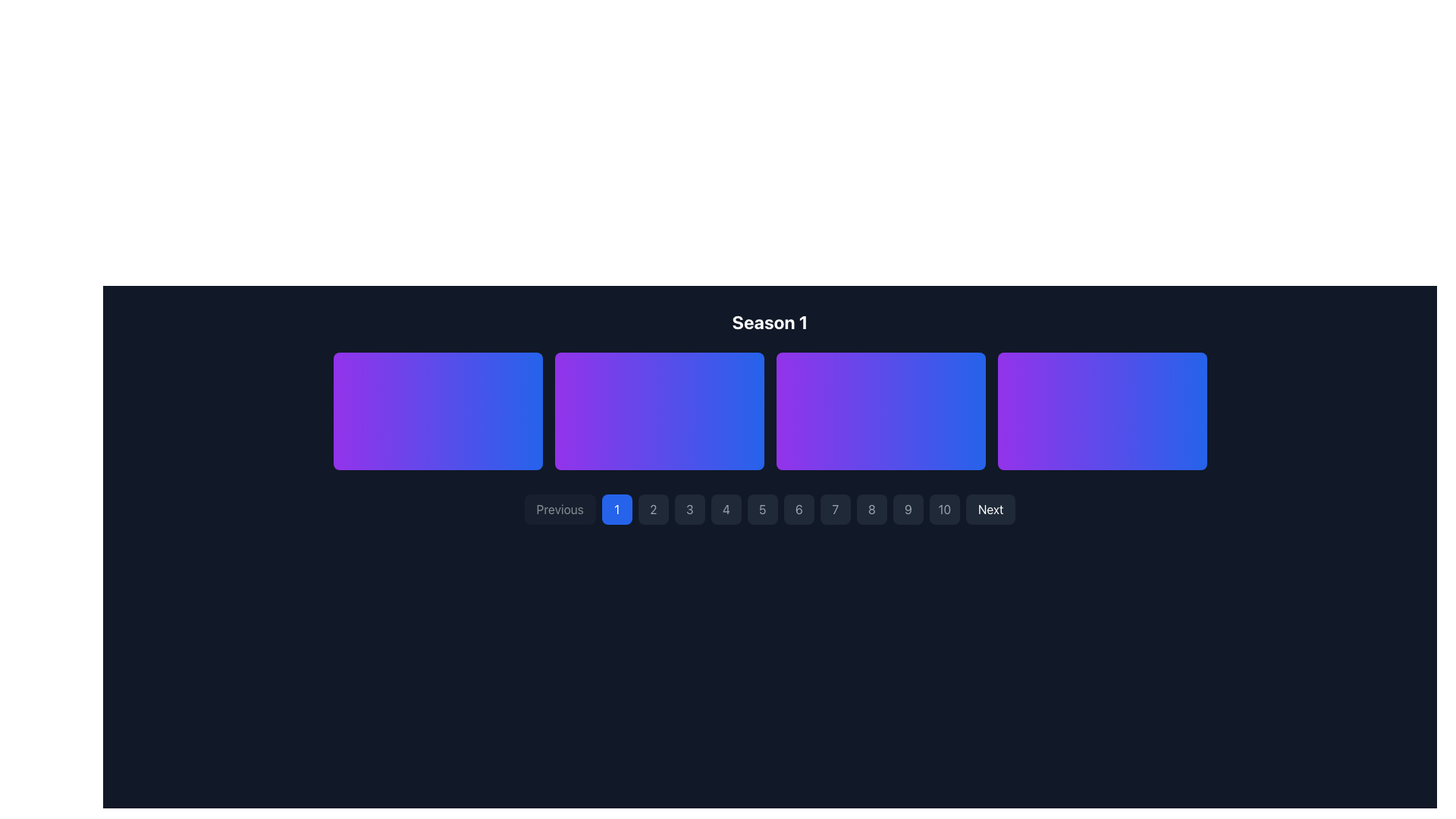 The width and height of the screenshot is (1456, 819). What do you see at coordinates (653, 510) in the screenshot?
I see `the small, square-shaped button with a dark-gray background and '2' text` at bounding box center [653, 510].